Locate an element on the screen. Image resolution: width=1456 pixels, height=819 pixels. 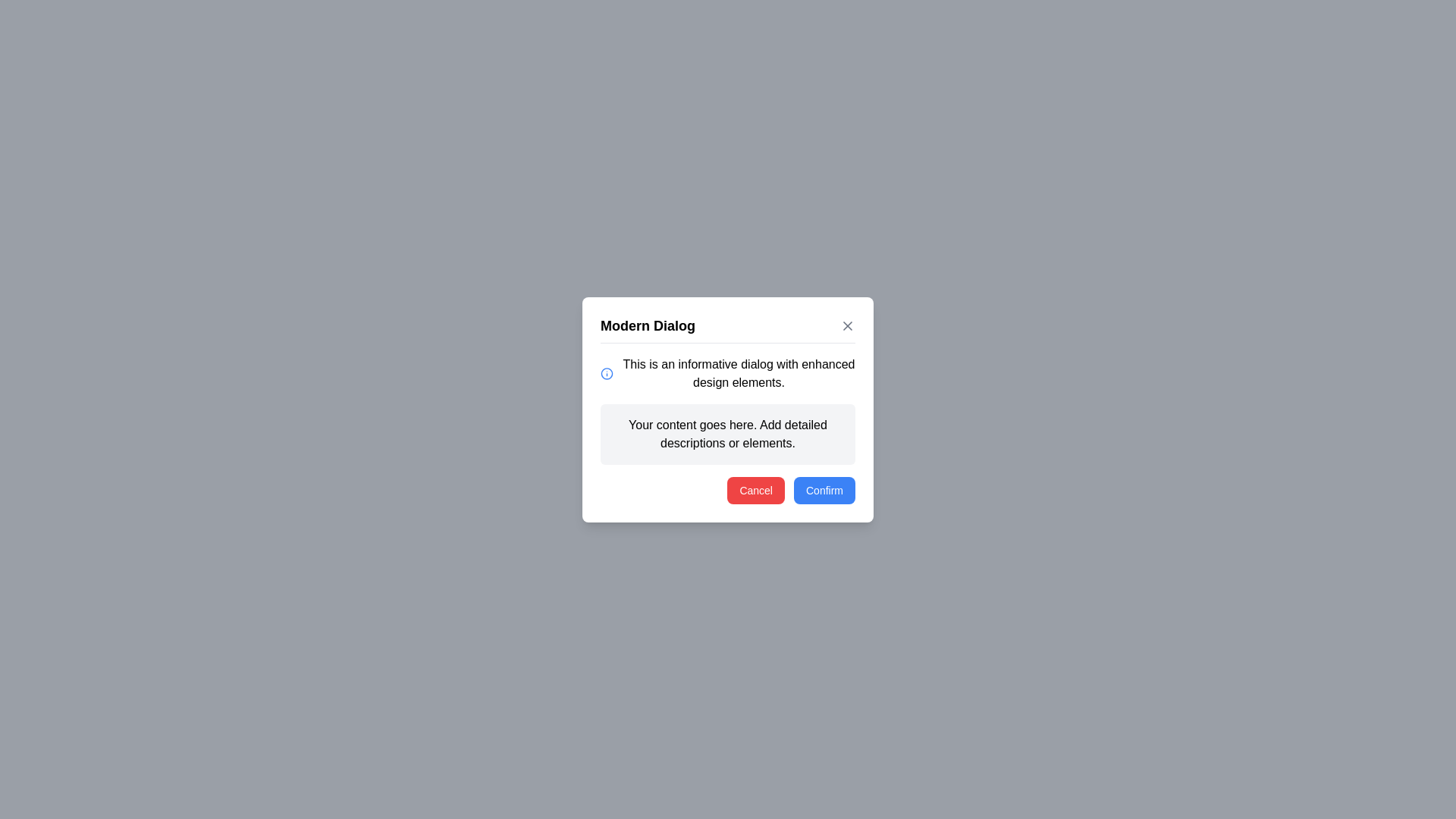
the cancel button located at the bottom left of the dialog box is located at coordinates (756, 490).